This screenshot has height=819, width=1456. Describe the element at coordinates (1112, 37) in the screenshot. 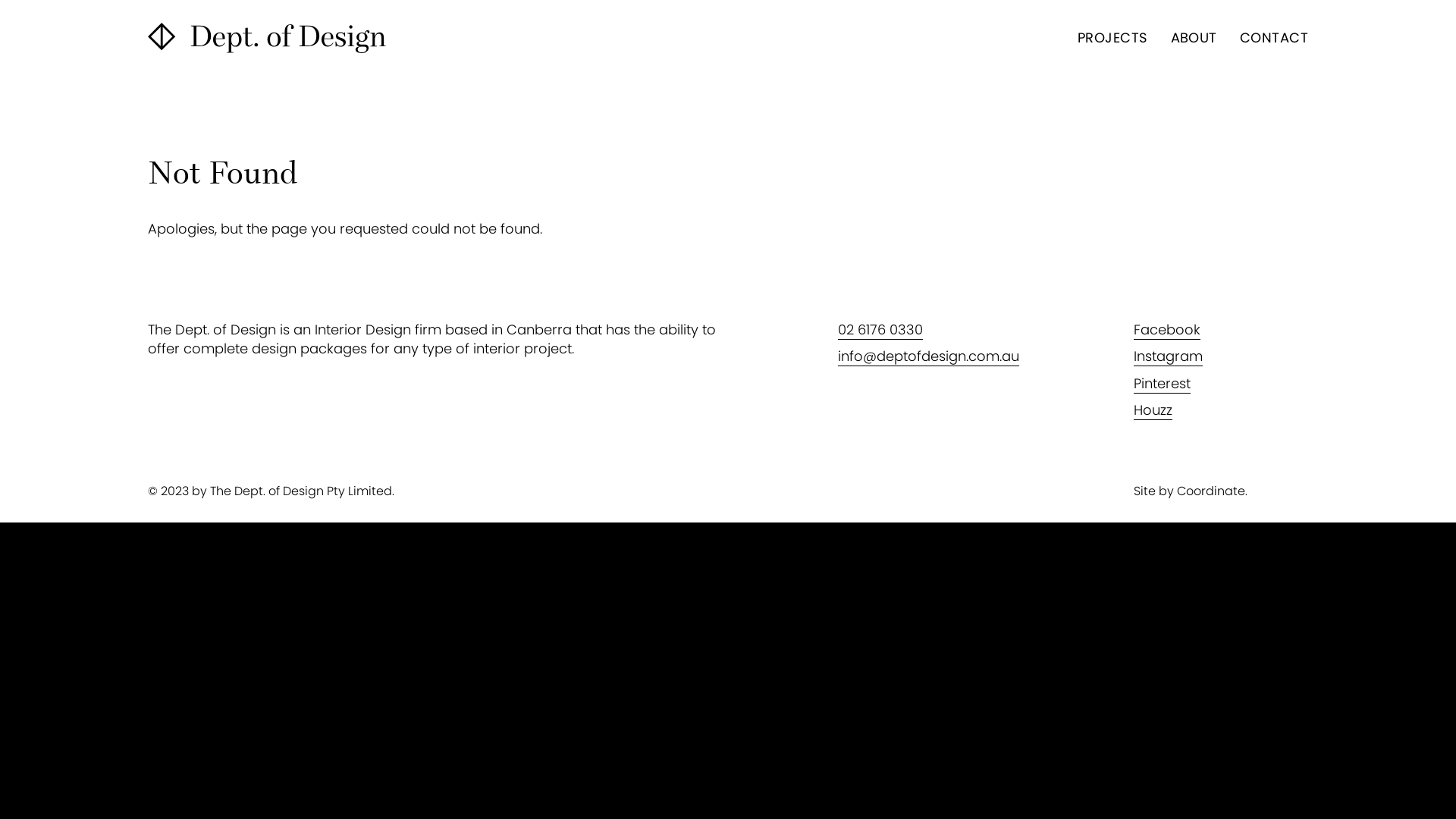

I see `'PROJECTS'` at that location.